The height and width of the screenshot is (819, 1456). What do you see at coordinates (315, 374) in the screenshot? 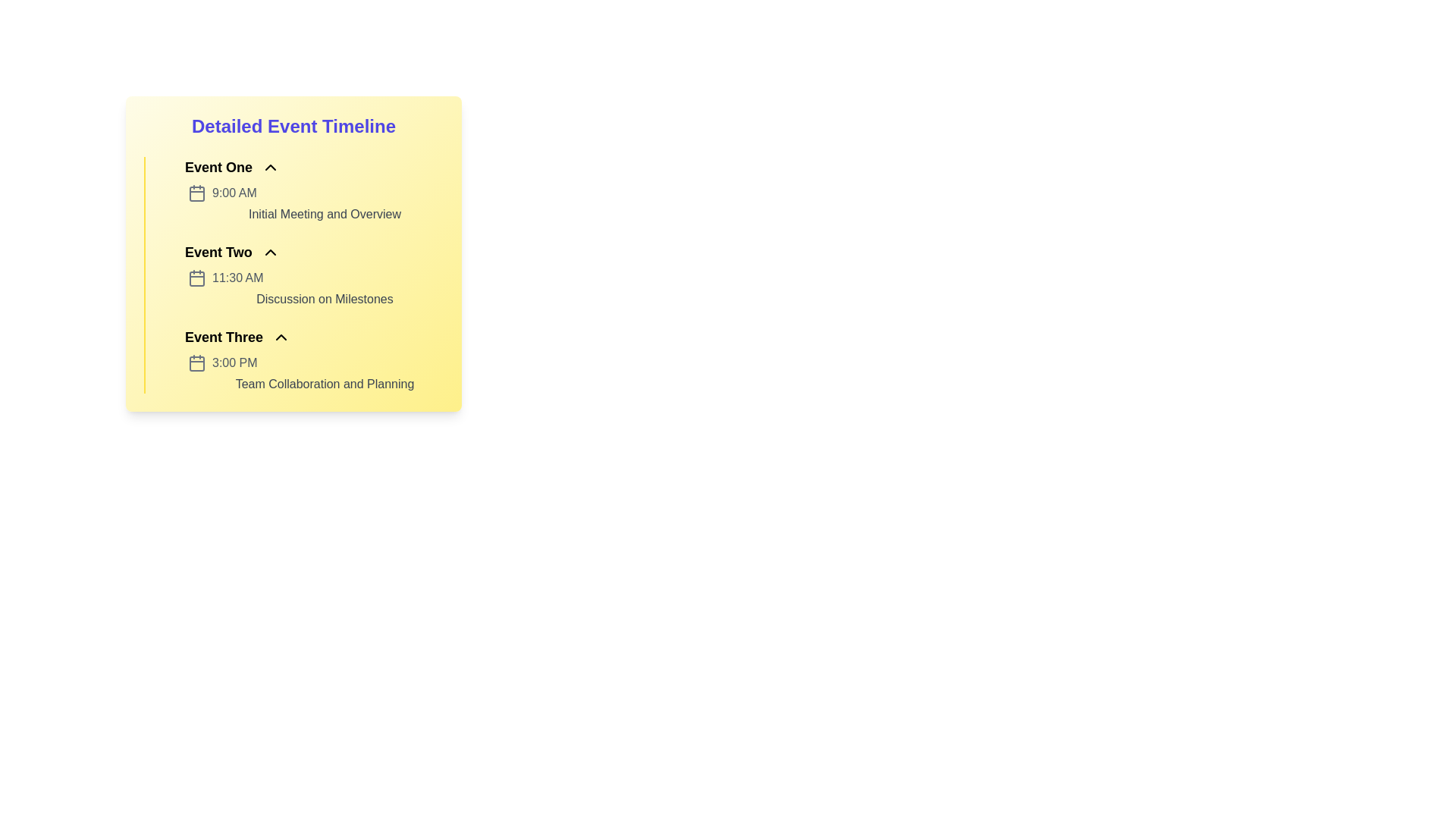
I see `the 'Team Collaboration and Planning' text and calendar icon element located in the 'Event Three' section of the timeline` at bounding box center [315, 374].